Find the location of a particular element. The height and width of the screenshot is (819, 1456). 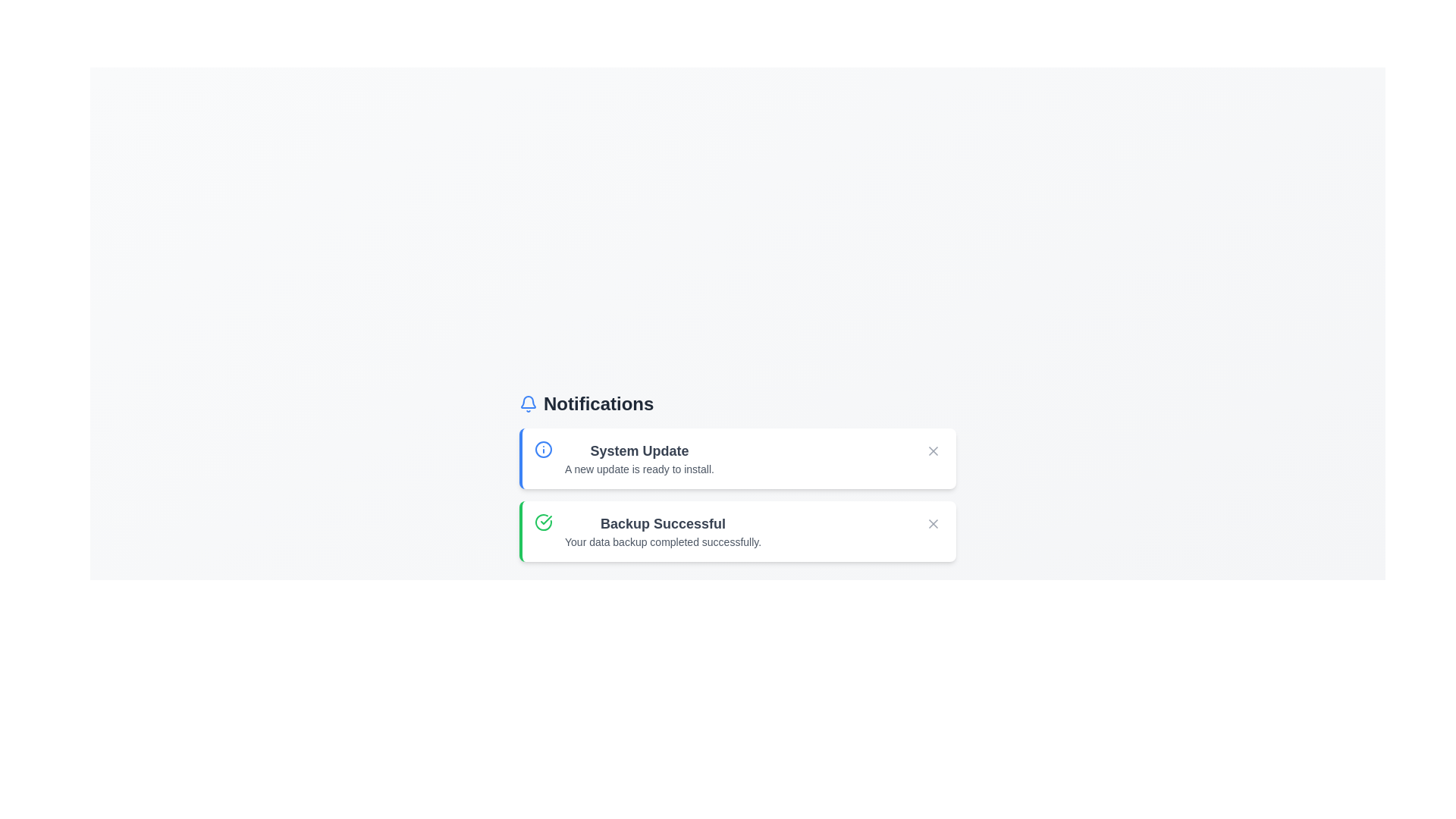

text from the notification header and description located within the notification card styled with a blue border, positioned beneath the page header 'Notifications' and above the notification titled 'Backup Successful.' is located at coordinates (639, 458).